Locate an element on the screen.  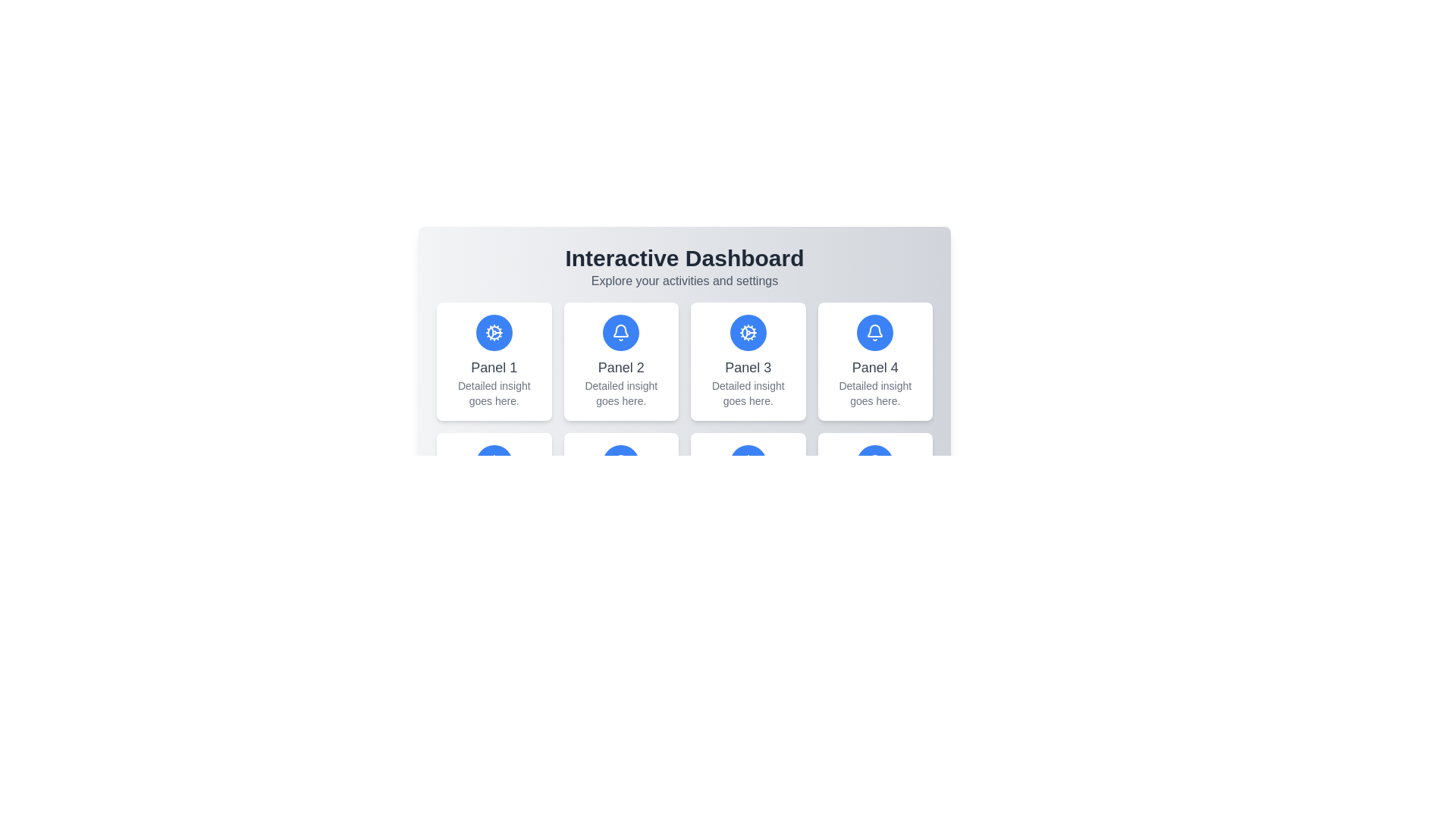
the informational card or panel located in the first row, third column of the dashboard interface, which provides detailed information is located at coordinates (748, 362).